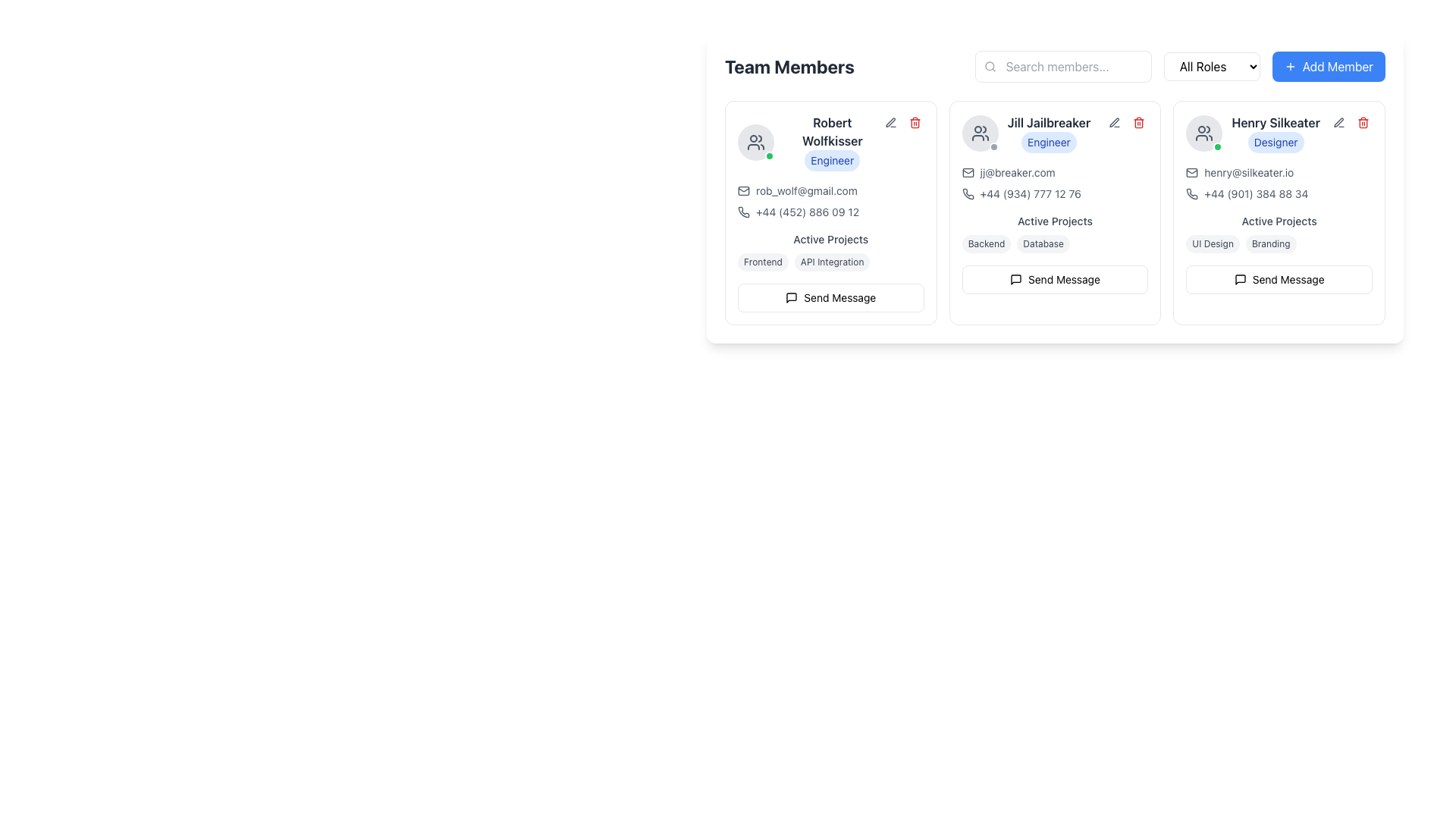 Image resolution: width=1456 pixels, height=819 pixels. I want to click on the 'Send Message' button, which has a white background, black border, and a speech bubble icon, located below the 'Active Projects' section in Robert Wolfkisser's card, so click(830, 298).